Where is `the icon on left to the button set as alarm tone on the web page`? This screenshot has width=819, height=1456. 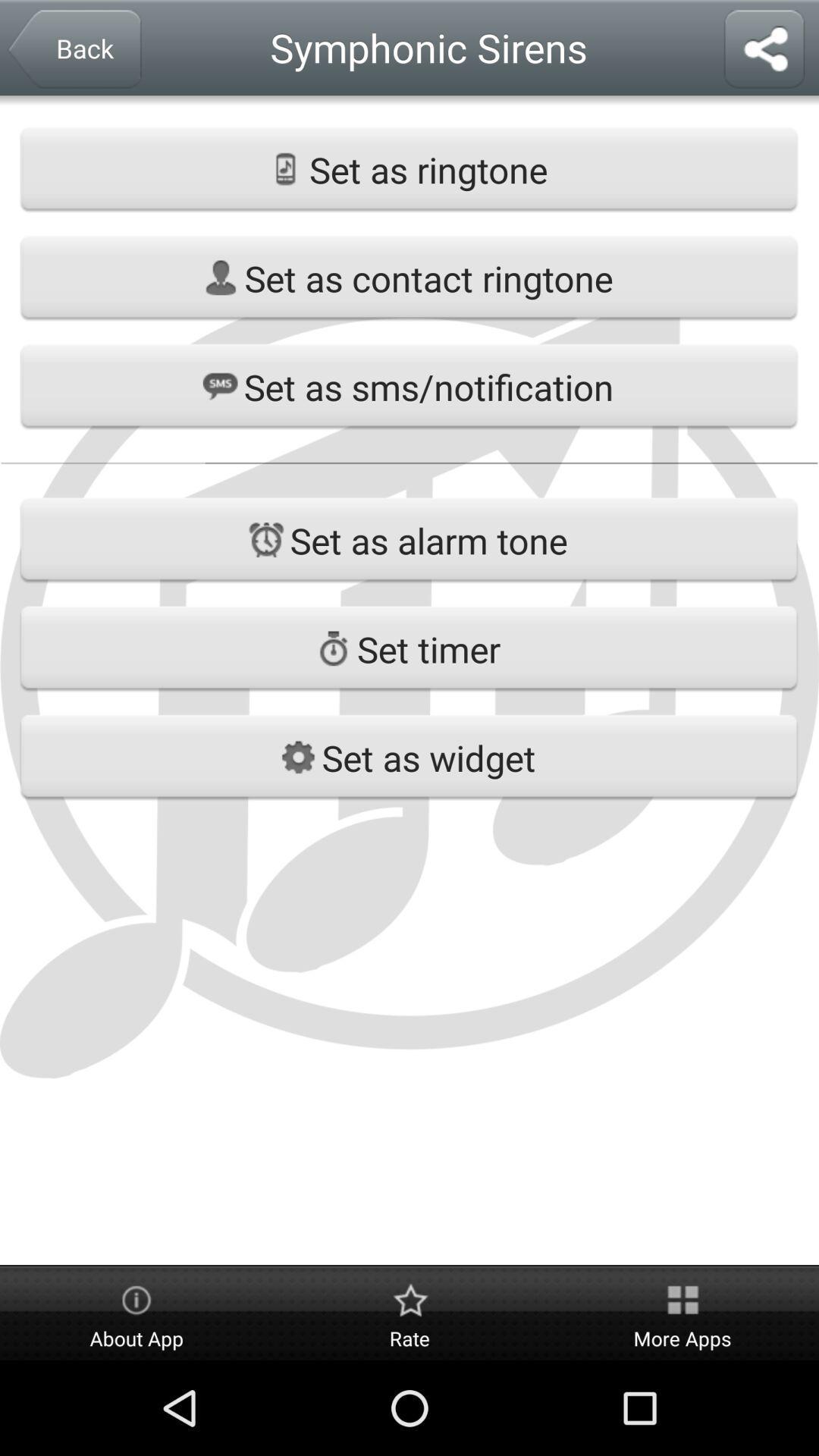 the icon on left to the button set as alarm tone on the web page is located at coordinates (265, 539).